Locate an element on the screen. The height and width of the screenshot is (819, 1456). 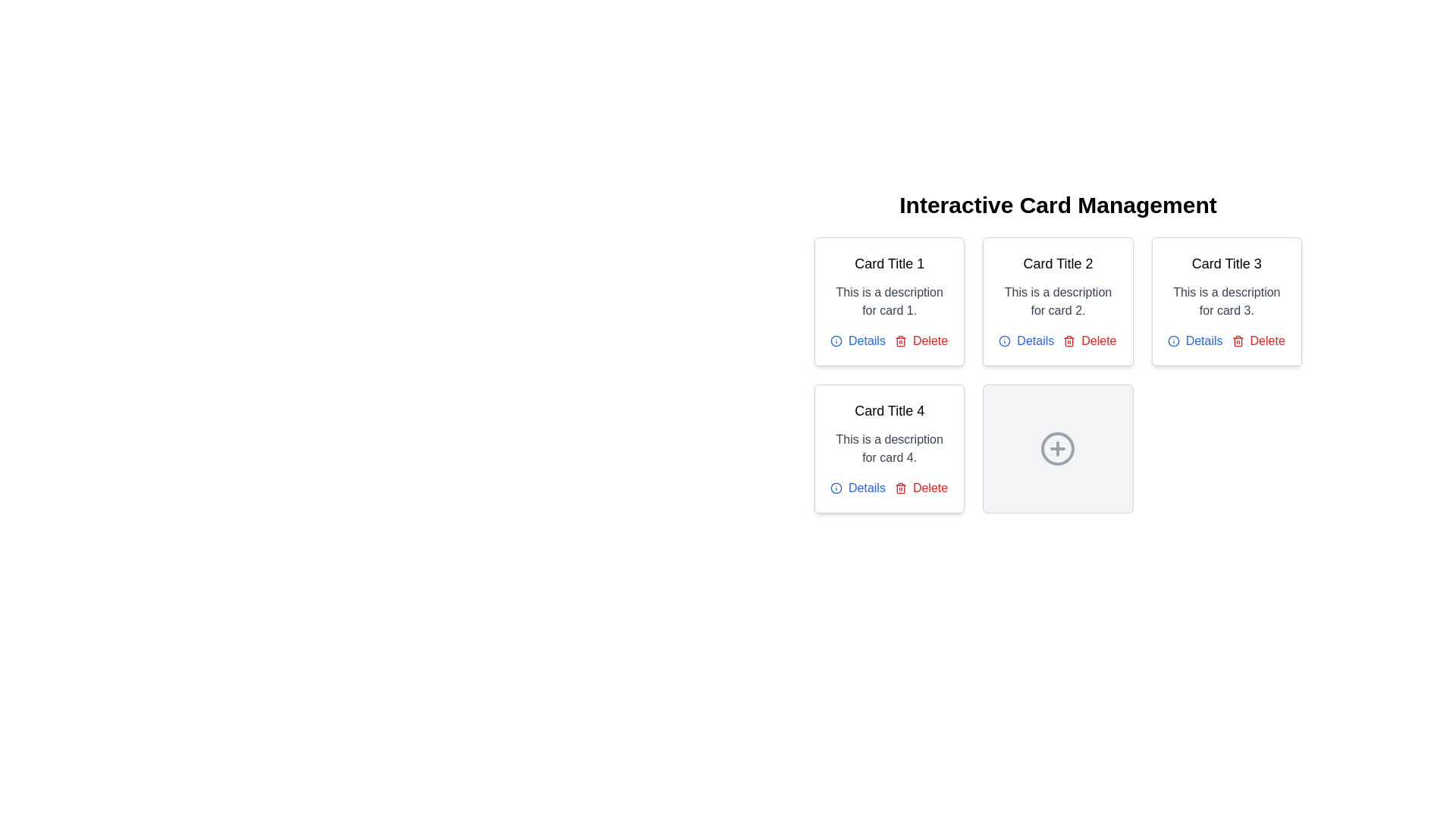
the decorative part of the trash can icon located near the center-right of the 'Delete' button within the card representing 'Card Title 4' is located at coordinates (900, 489).